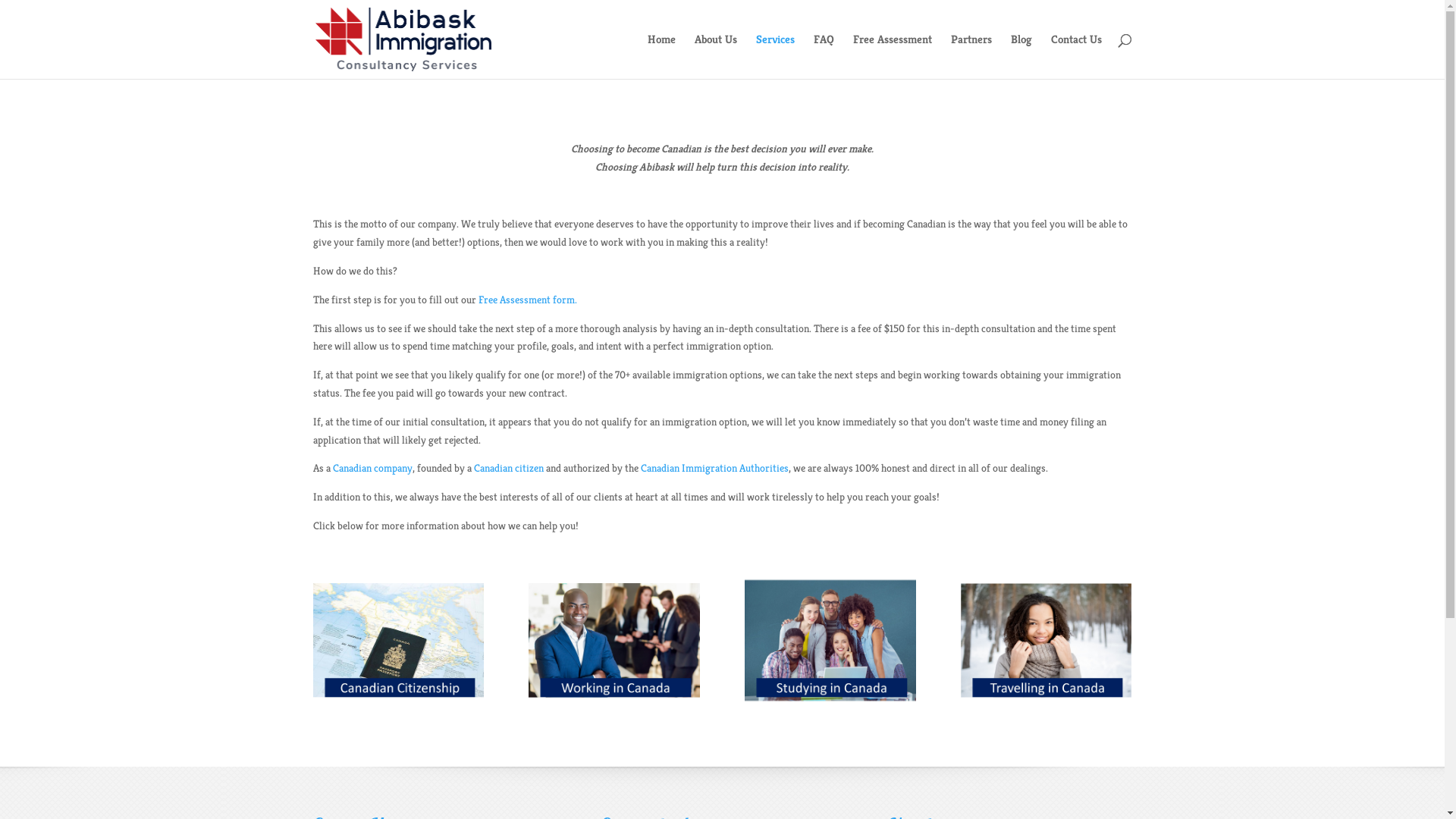  I want to click on 'Canadian company', so click(331, 467).